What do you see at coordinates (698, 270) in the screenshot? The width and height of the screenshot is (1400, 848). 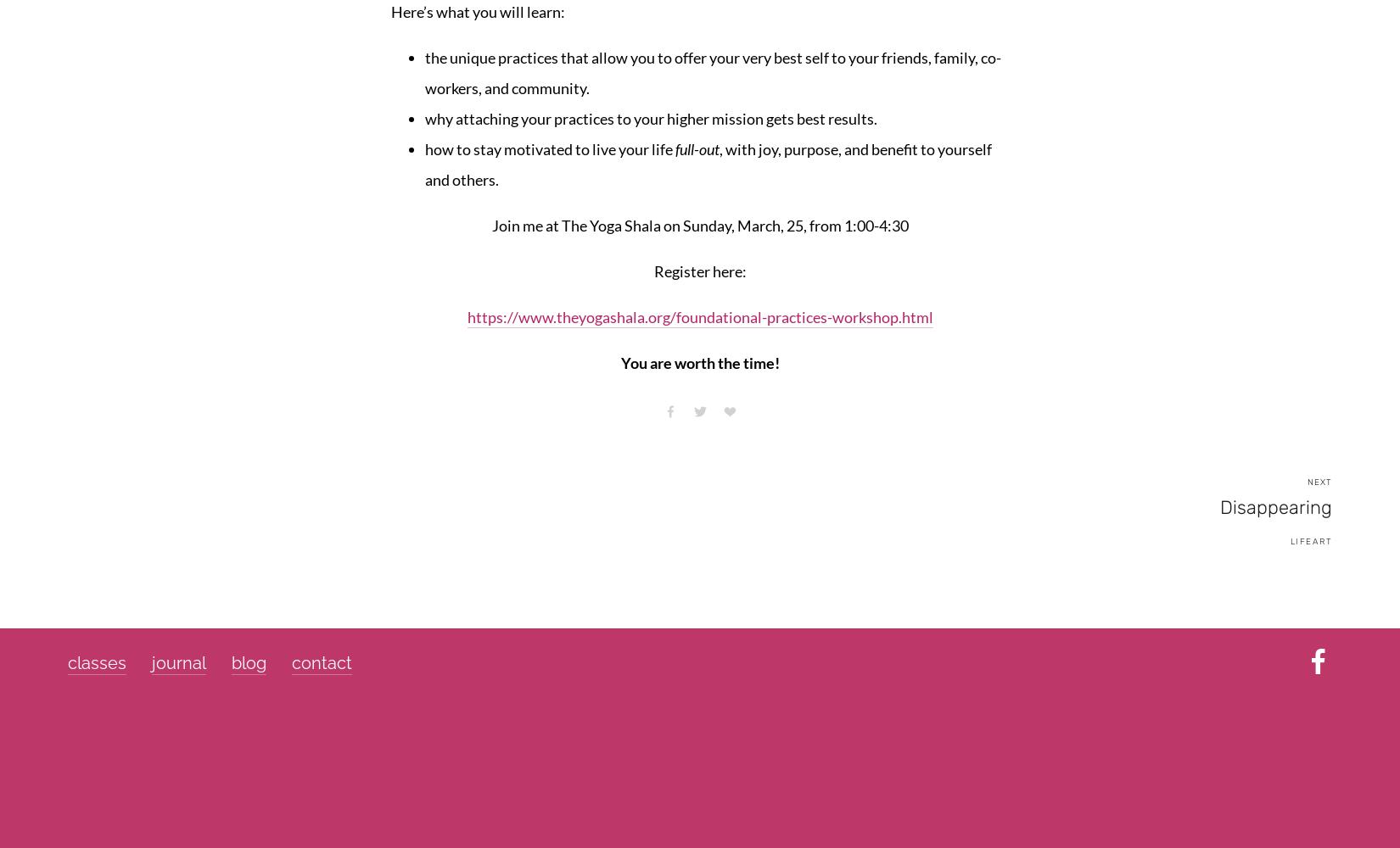 I see `'Register here:'` at bounding box center [698, 270].